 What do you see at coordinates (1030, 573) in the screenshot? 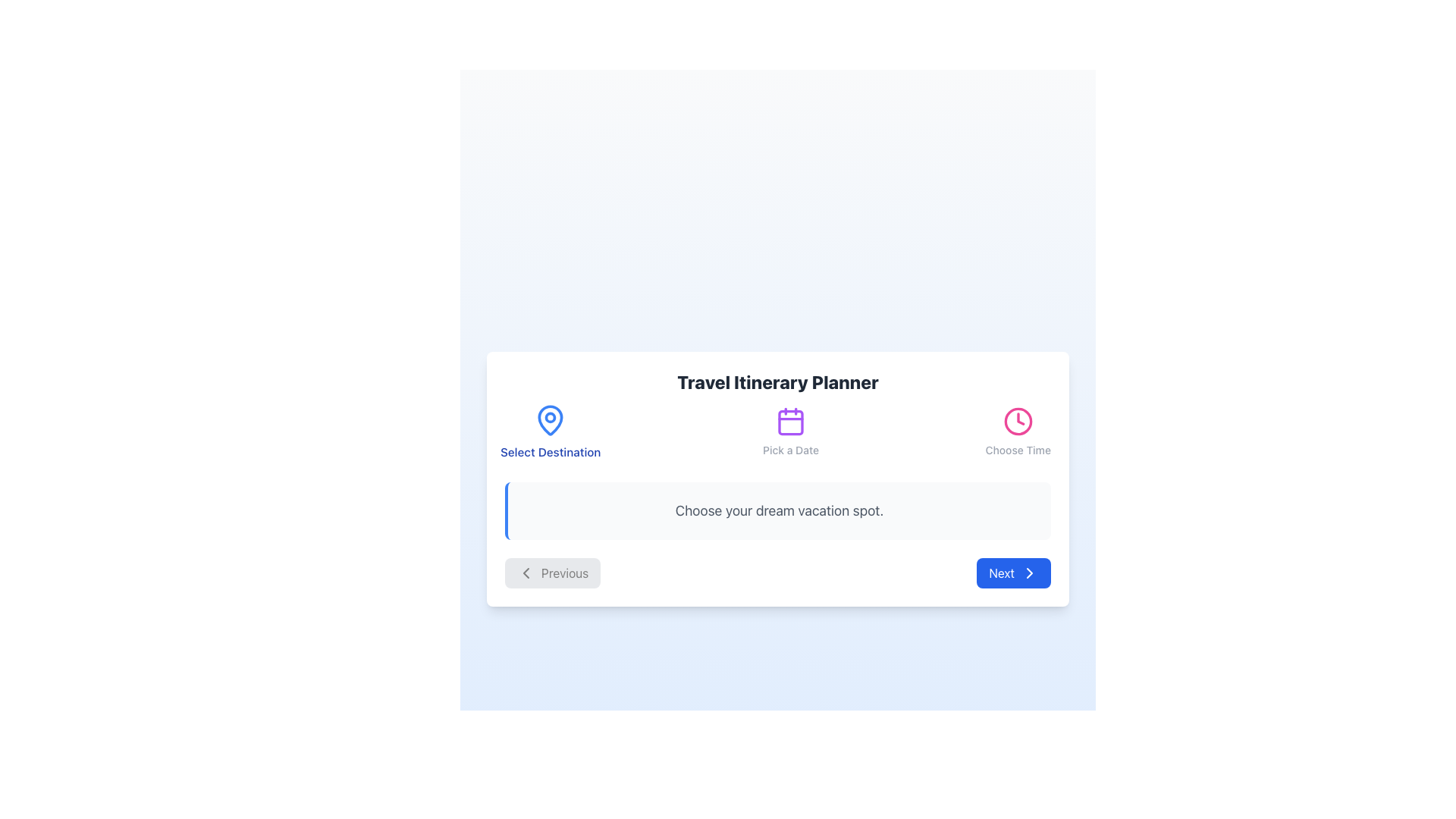
I see `the rightward-pointing chevron icon embedded within the blue 'Next' button to interact with it` at bounding box center [1030, 573].